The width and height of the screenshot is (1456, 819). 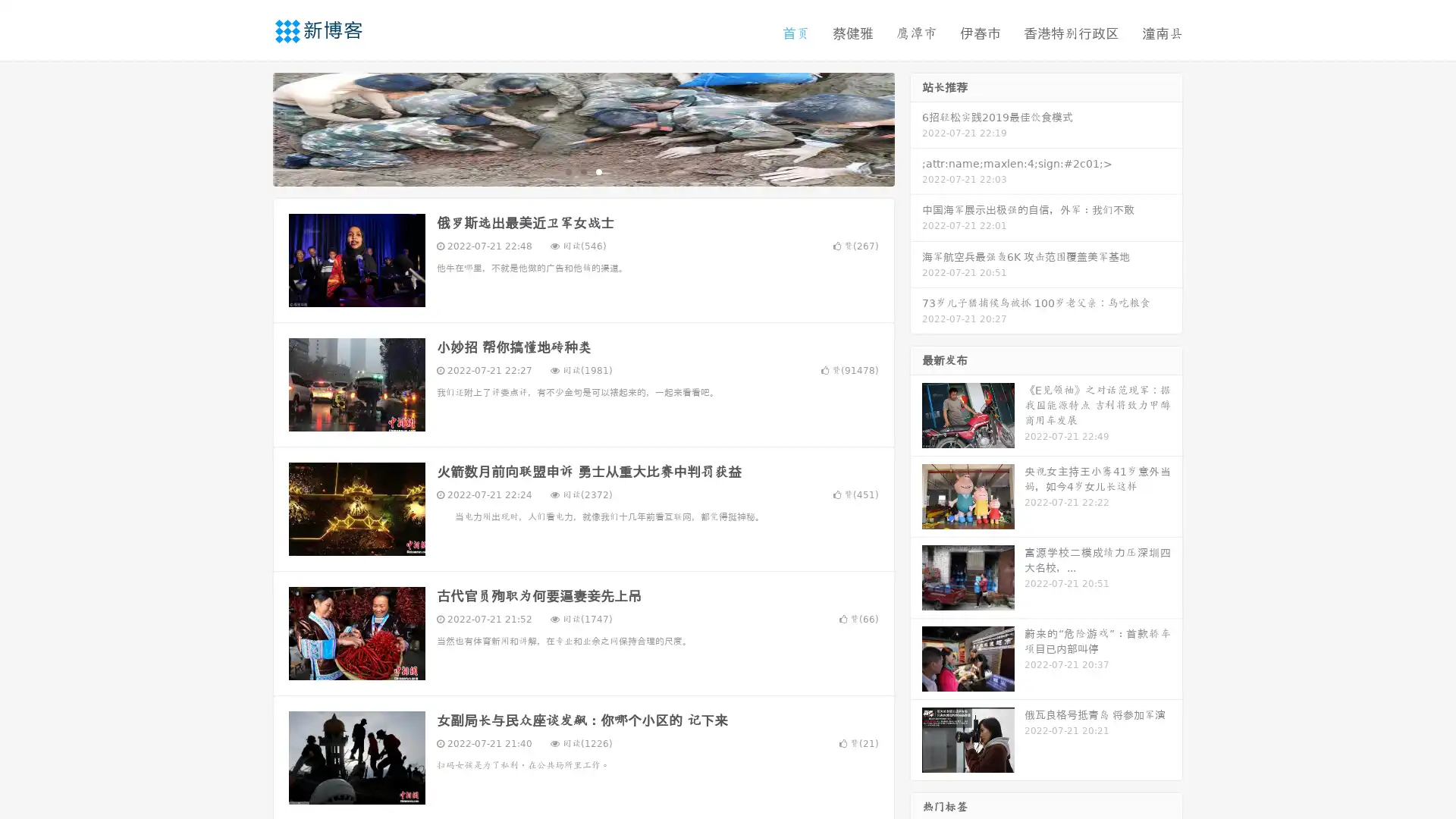 What do you see at coordinates (250, 127) in the screenshot?
I see `Previous slide` at bounding box center [250, 127].